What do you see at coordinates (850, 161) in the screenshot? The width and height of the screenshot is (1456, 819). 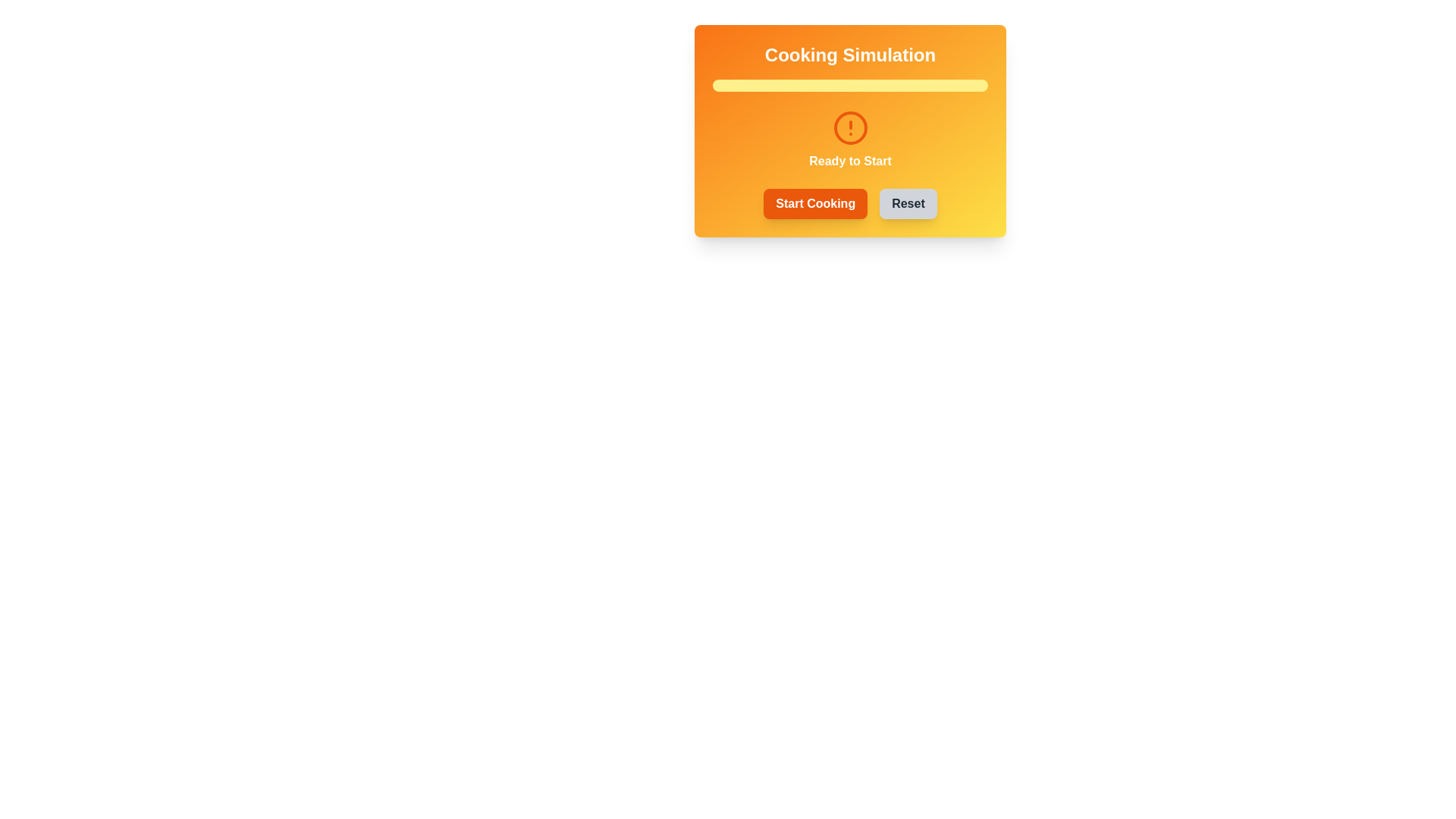 I see `the text label displaying 'Ready to Start', which is styled with a bold white font on a transparent background and located below a circular warning icon` at bounding box center [850, 161].